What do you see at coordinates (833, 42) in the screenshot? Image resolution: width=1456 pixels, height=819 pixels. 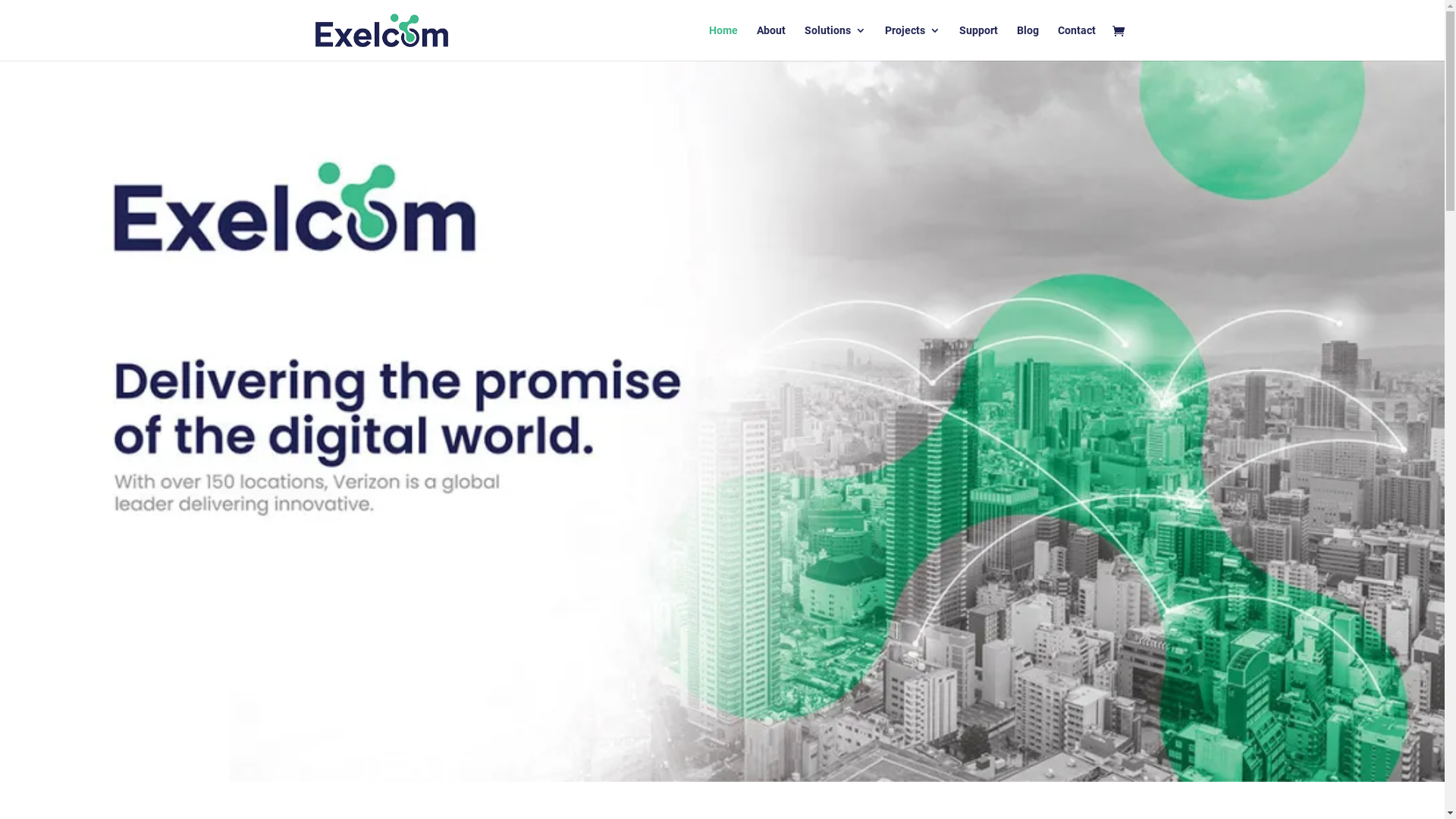 I see `'Solutions'` at bounding box center [833, 42].